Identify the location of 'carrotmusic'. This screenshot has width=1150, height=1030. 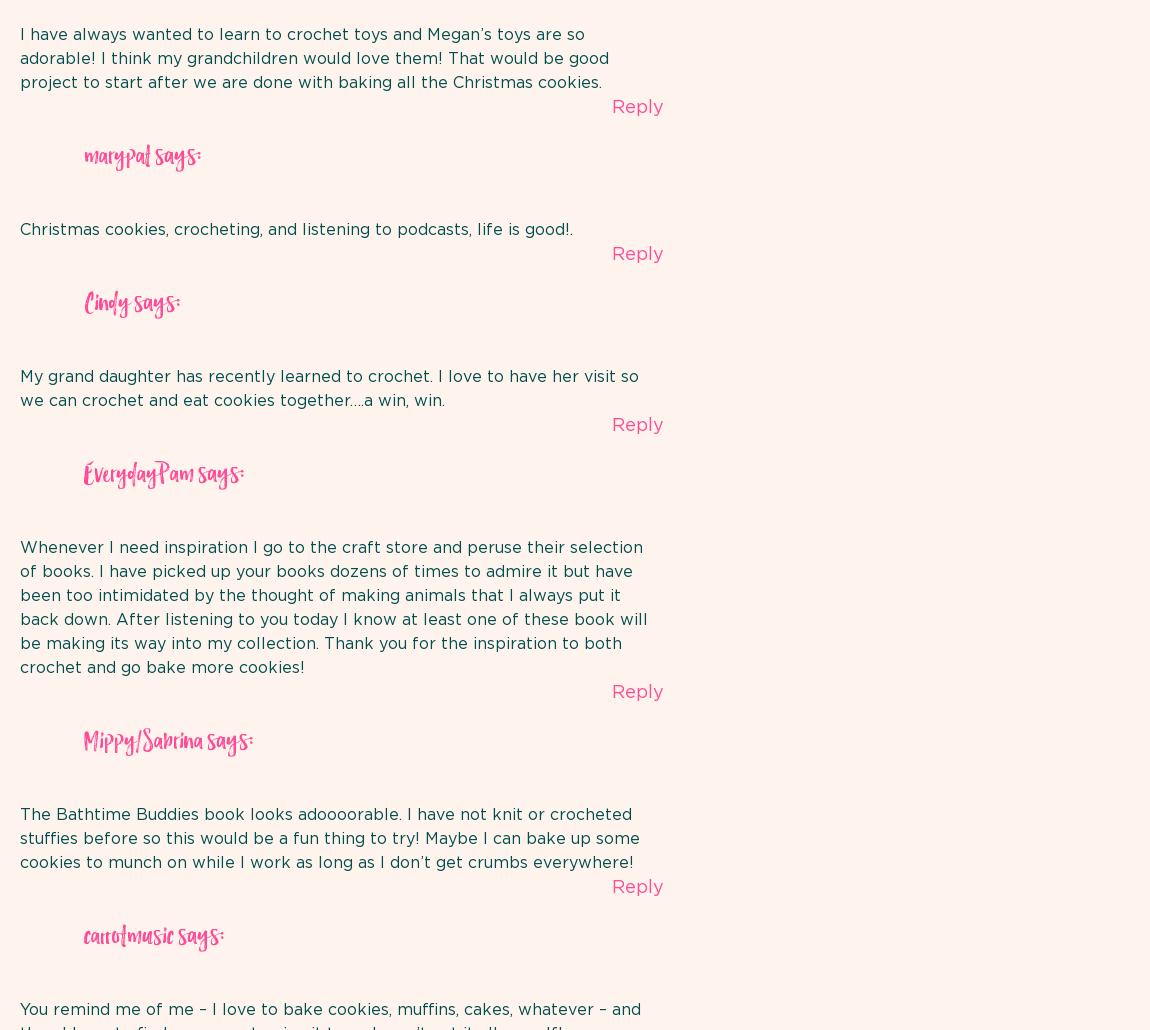
(128, 936).